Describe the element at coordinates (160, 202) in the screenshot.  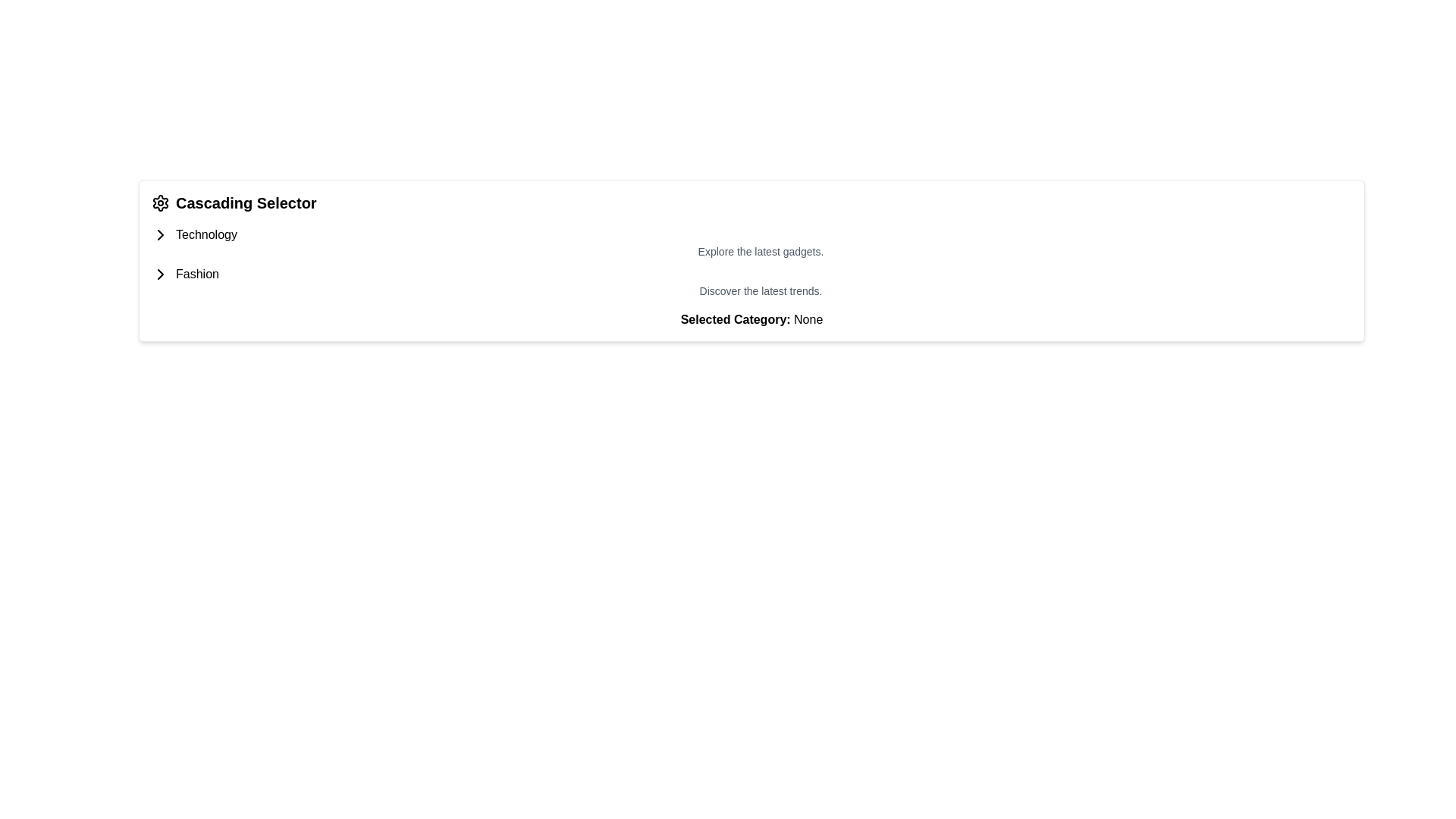
I see `the settings gear icon located to the left of the 'Cascading Selector' title` at that location.